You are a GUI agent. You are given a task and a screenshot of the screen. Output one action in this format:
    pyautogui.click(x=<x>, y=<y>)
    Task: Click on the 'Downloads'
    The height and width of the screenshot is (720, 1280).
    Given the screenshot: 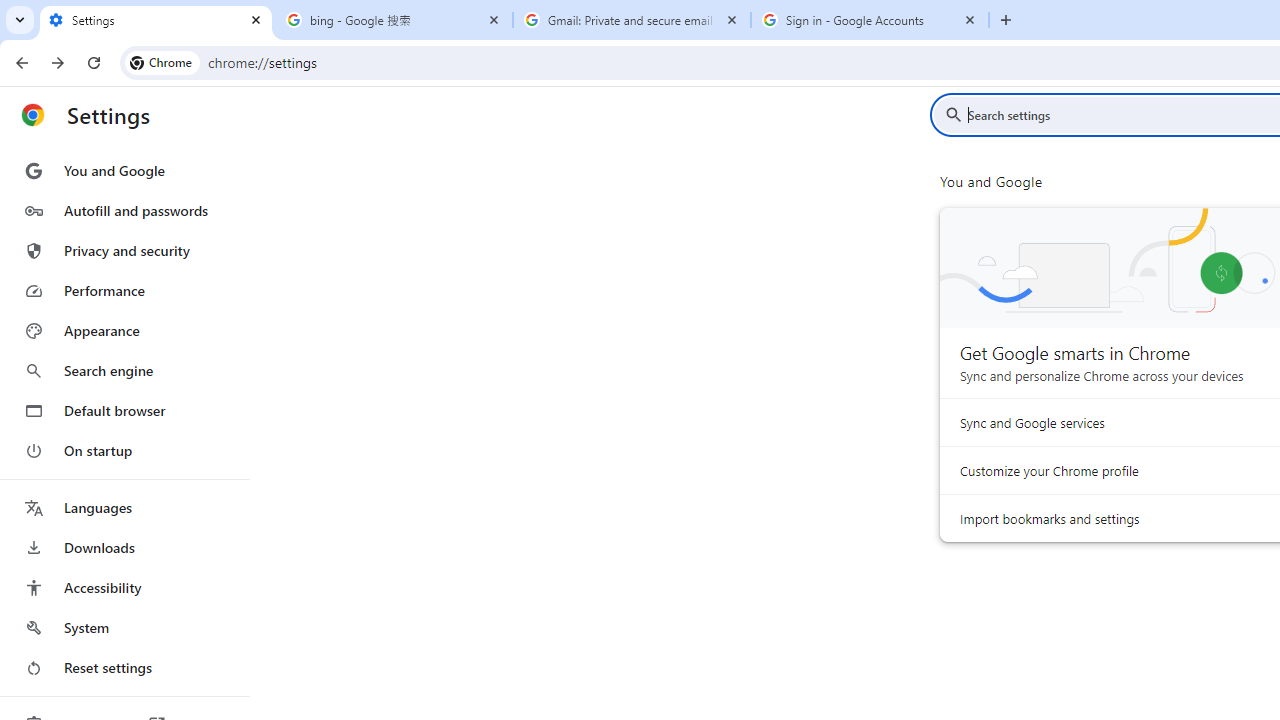 What is the action you would take?
    pyautogui.click(x=123, y=547)
    